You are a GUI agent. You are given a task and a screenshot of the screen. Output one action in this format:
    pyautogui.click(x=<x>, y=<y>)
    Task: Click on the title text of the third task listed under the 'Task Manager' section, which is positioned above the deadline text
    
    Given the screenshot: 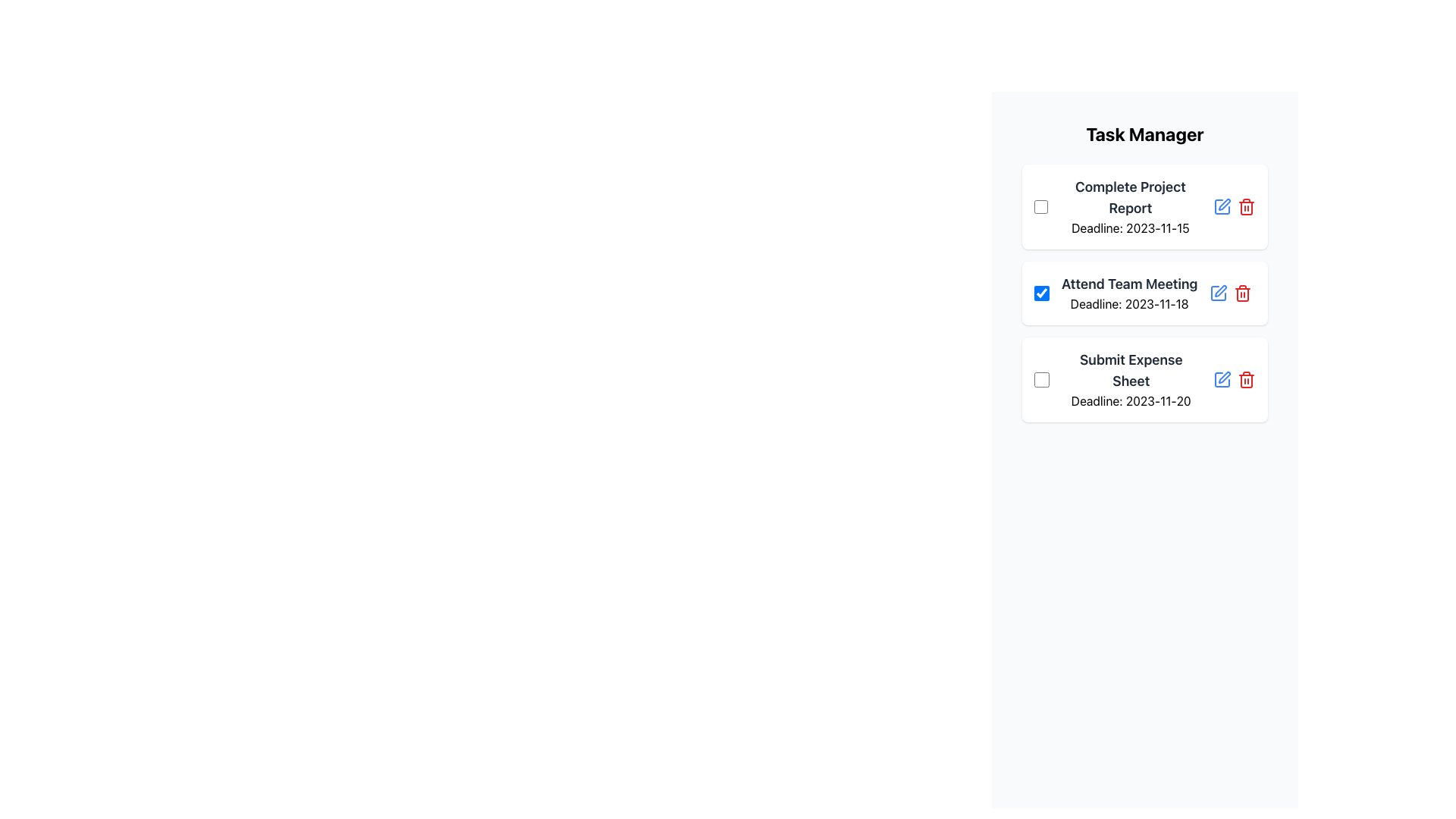 What is the action you would take?
    pyautogui.click(x=1131, y=371)
    